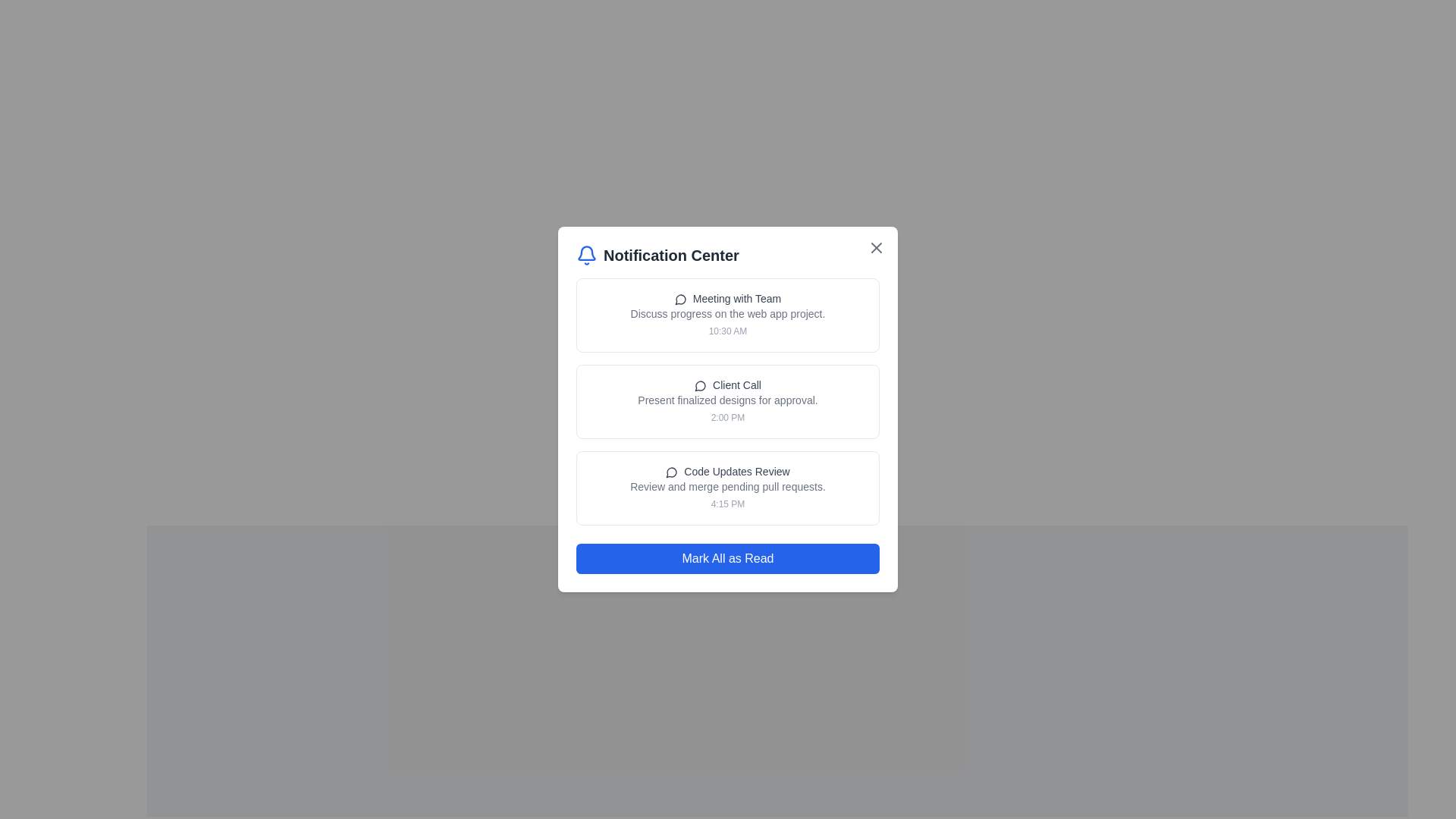 The width and height of the screenshot is (1456, 819). Describe the element at coordinates (728, 558) in the screenshot. I see `the 'Mark All as Read' button, which has a blue background and white text, located at the bottom of the 'Notification Center' card` at that location.